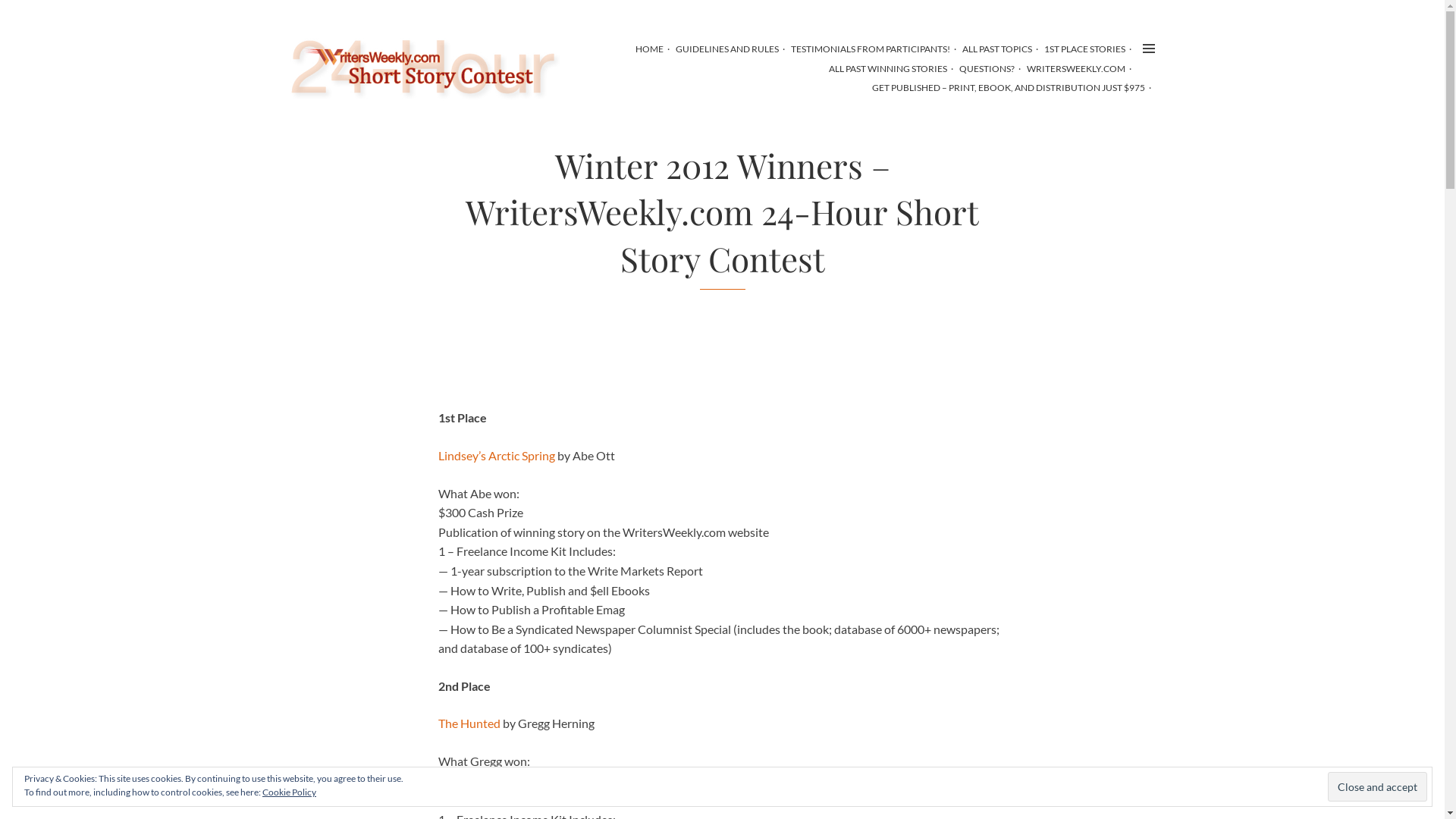  What do you see at coordinates (986, 68) in the screenshot?
I see `'QUESTIONS?'` at bounding box center [986, 68].